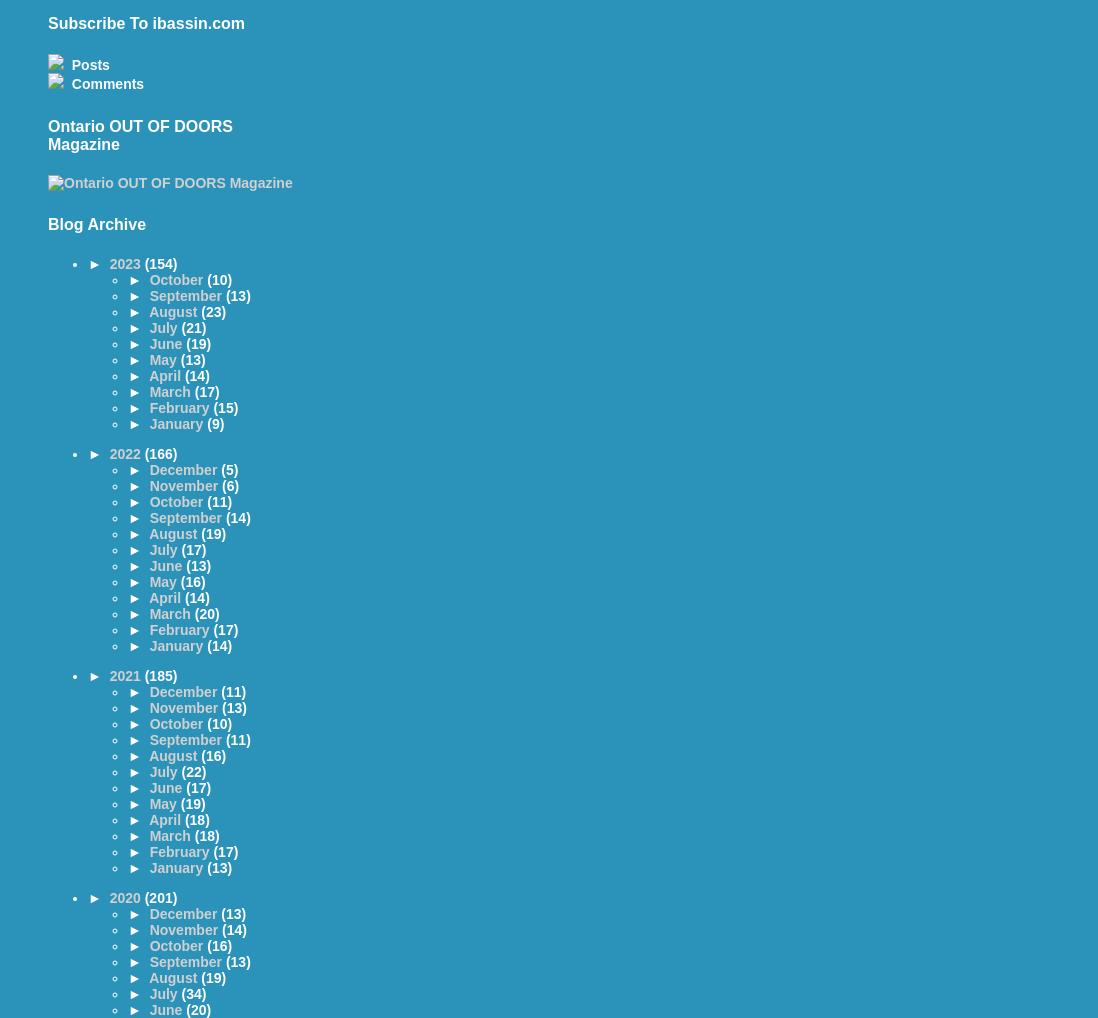  I want to click on '(5)', so click(228, 470).